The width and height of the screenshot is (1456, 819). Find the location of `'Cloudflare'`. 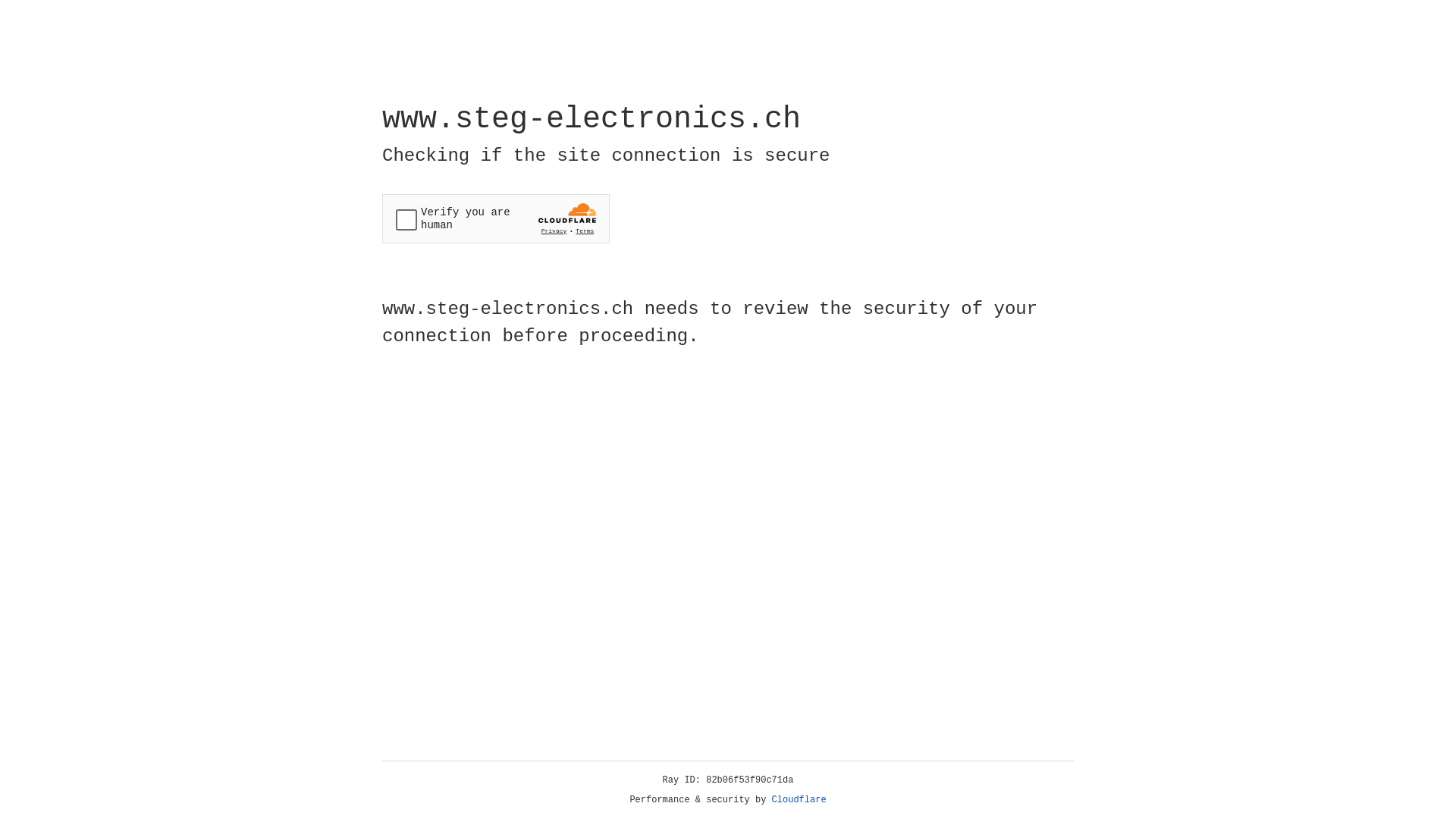

'Cloudflare' is located at coordinates (799, 799).